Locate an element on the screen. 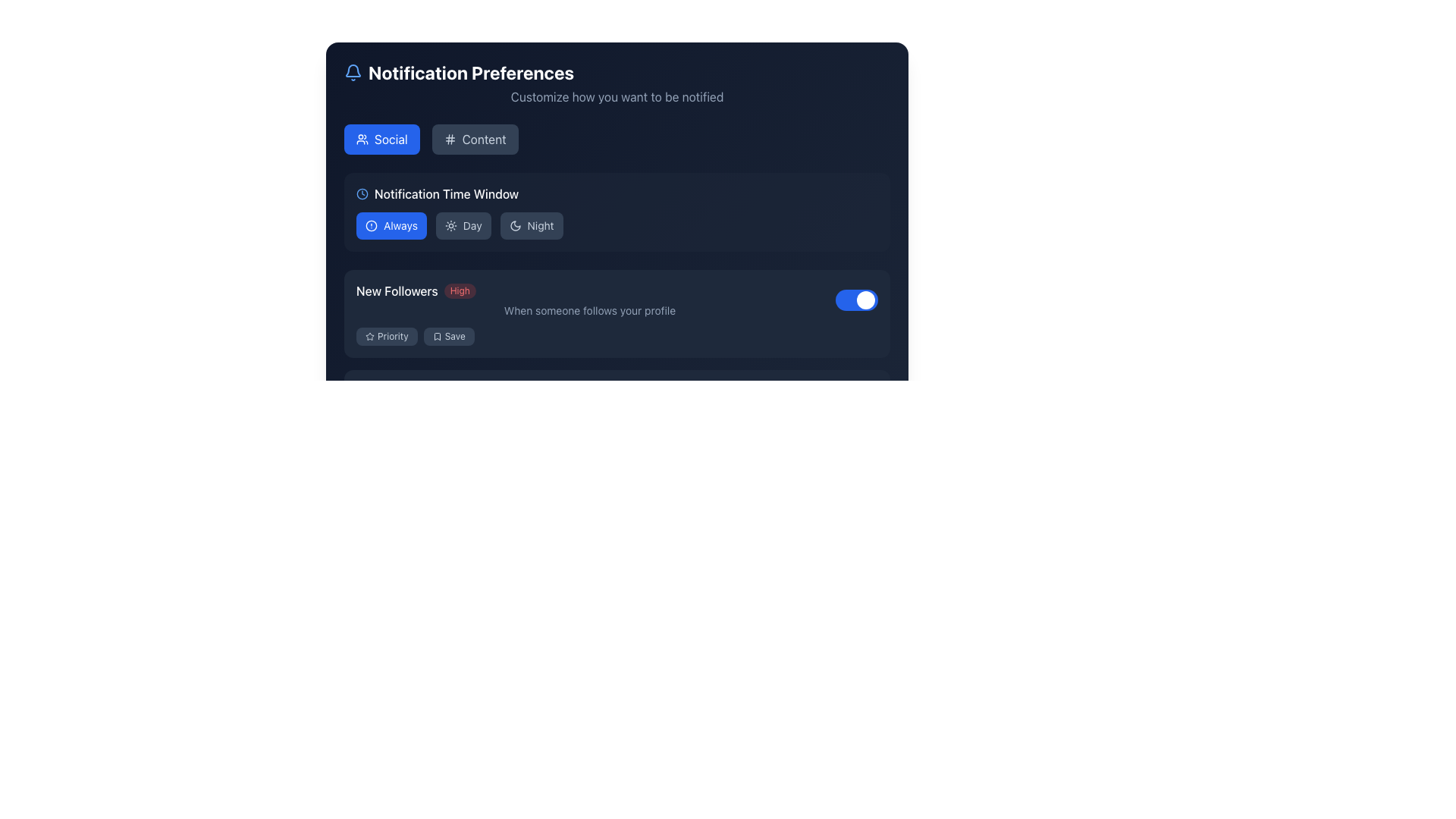  the 'Priority' button with a dark slate blue background and a star icon is located at coordinates (387, 335).